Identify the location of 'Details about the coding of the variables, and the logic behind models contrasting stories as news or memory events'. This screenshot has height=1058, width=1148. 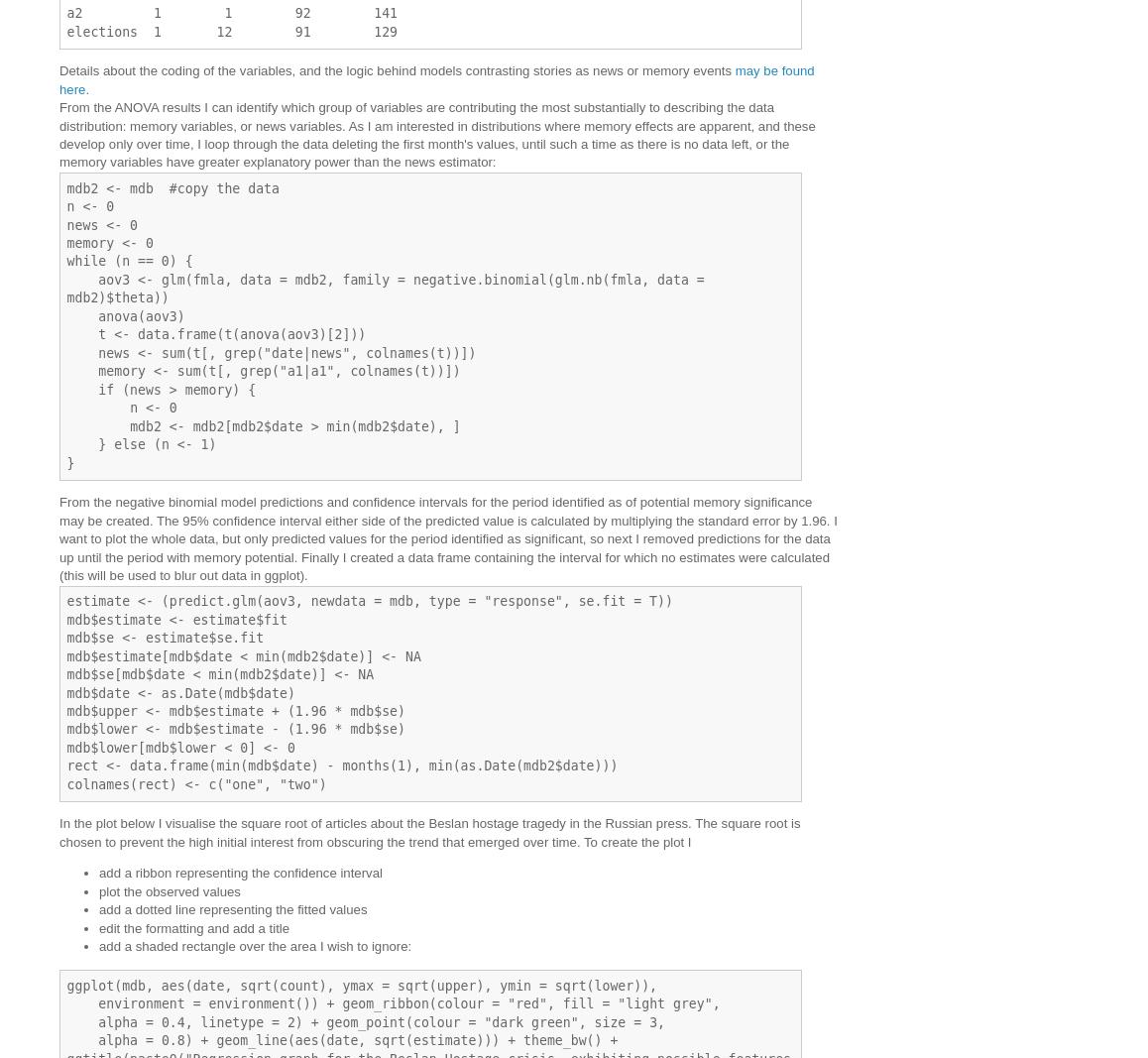
(396, 69).